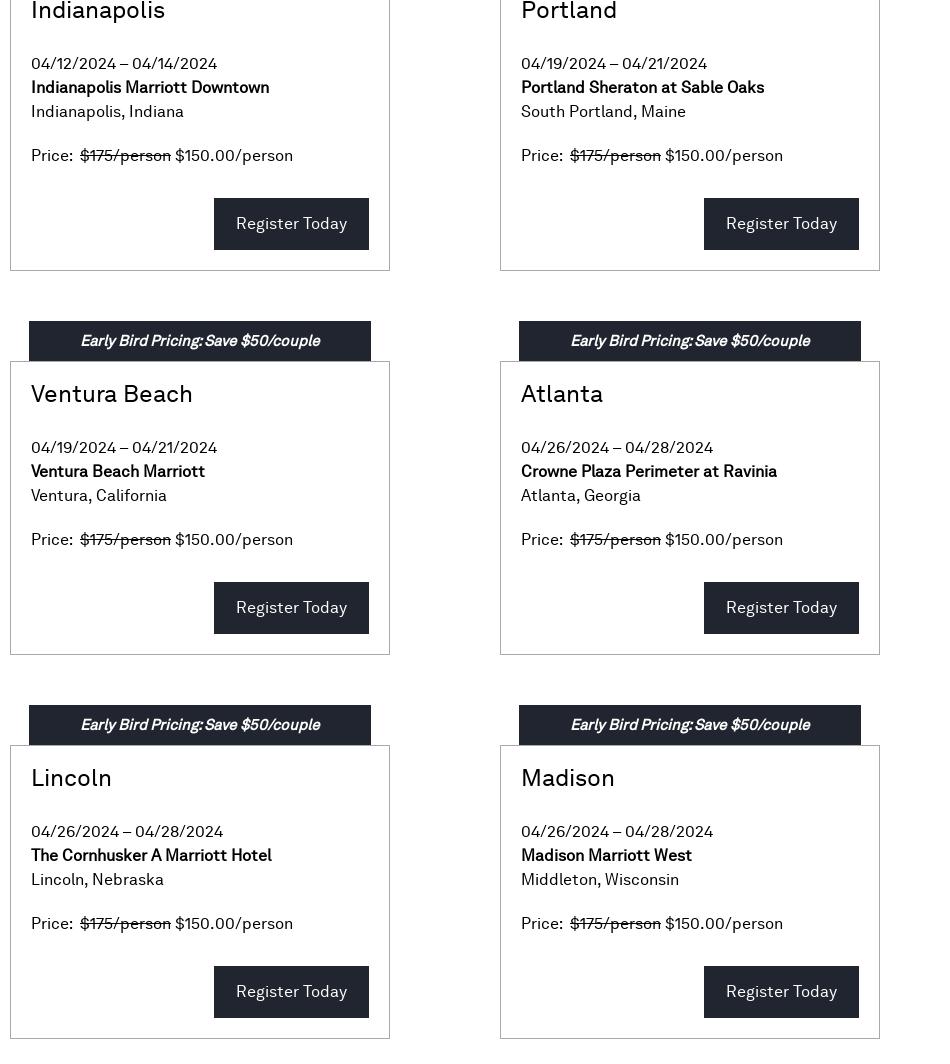 This screenshot has width=950, height=1064. Describe the element at coordinates (73, 63) in the screenshot. I see `'04/12/2024'` at that location.